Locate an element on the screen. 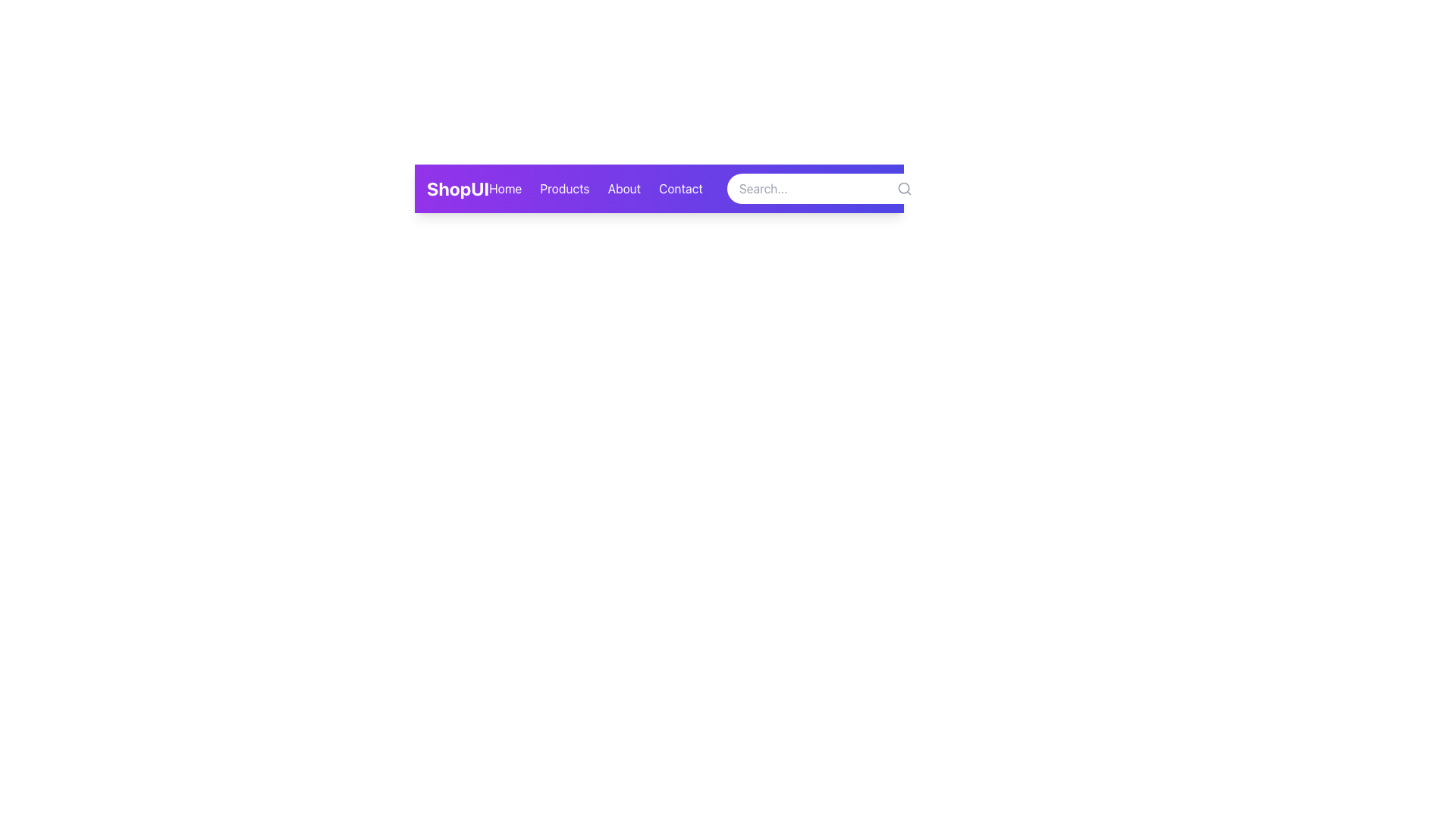 This screenshot has height=819, width=1456. the second clickable link in the horizontal navigation menu, located between the 'Home' and 'About' links, to activate the hover color effect is located at coordinates (563, 188).